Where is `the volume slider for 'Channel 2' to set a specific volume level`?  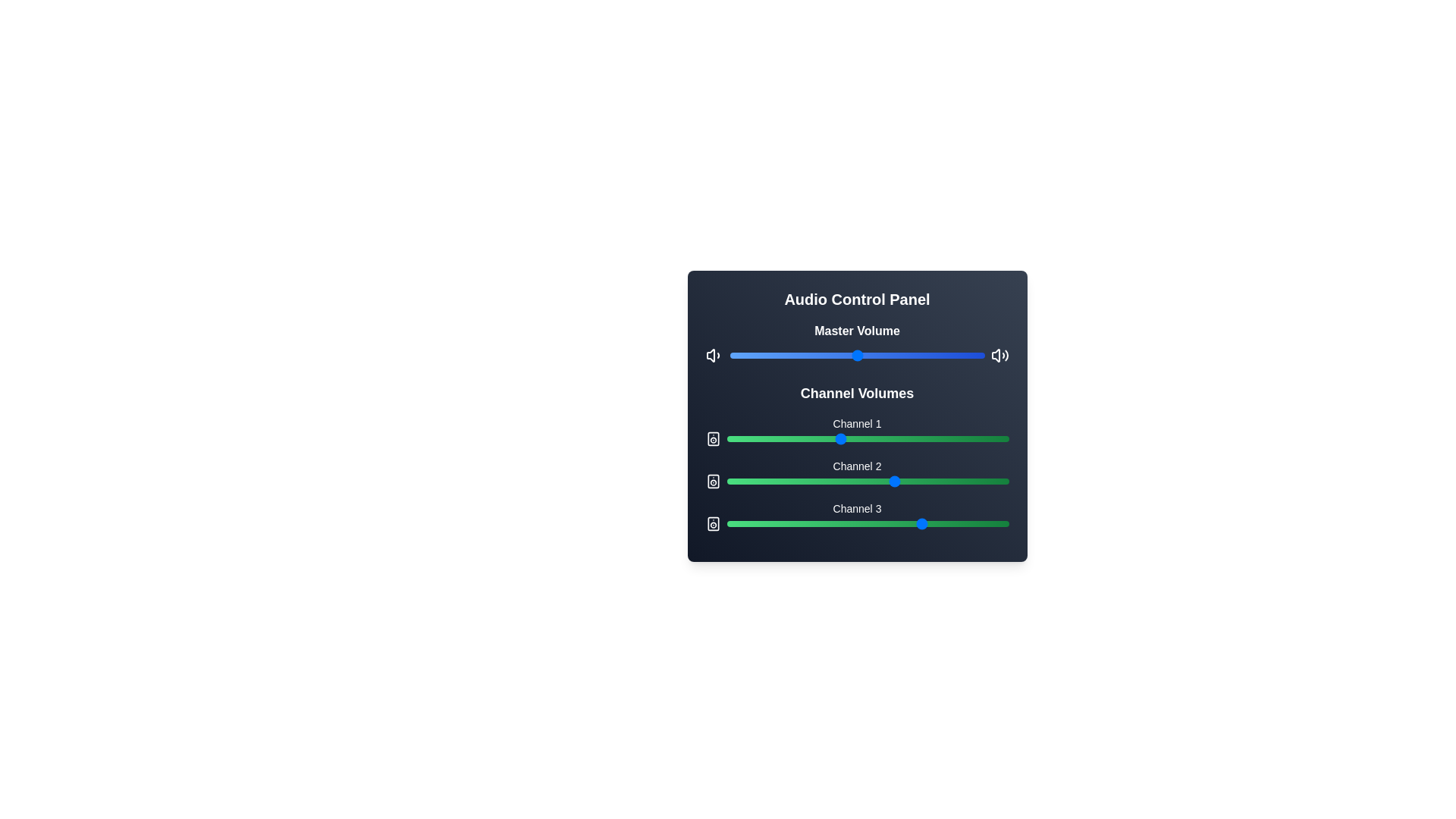
the volume slider for 'Channel 2' to set a specific volume level is located at coordinates (857, 472).